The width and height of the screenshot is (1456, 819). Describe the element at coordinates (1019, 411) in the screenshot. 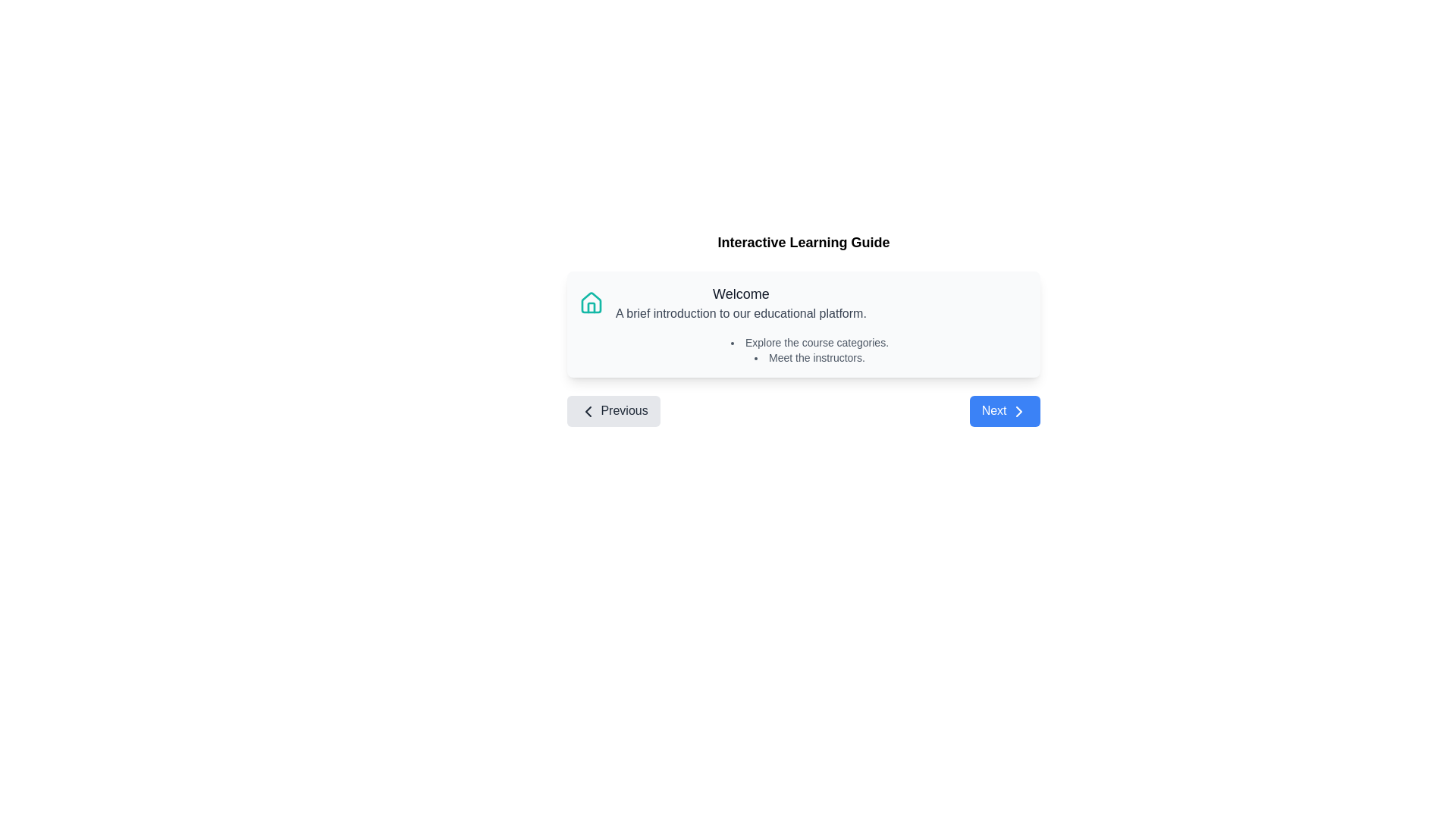

I see `the 'Next' button that contains the rightward-pointing chevron arrow icon in the bottom-right corner of the interface` at that location.